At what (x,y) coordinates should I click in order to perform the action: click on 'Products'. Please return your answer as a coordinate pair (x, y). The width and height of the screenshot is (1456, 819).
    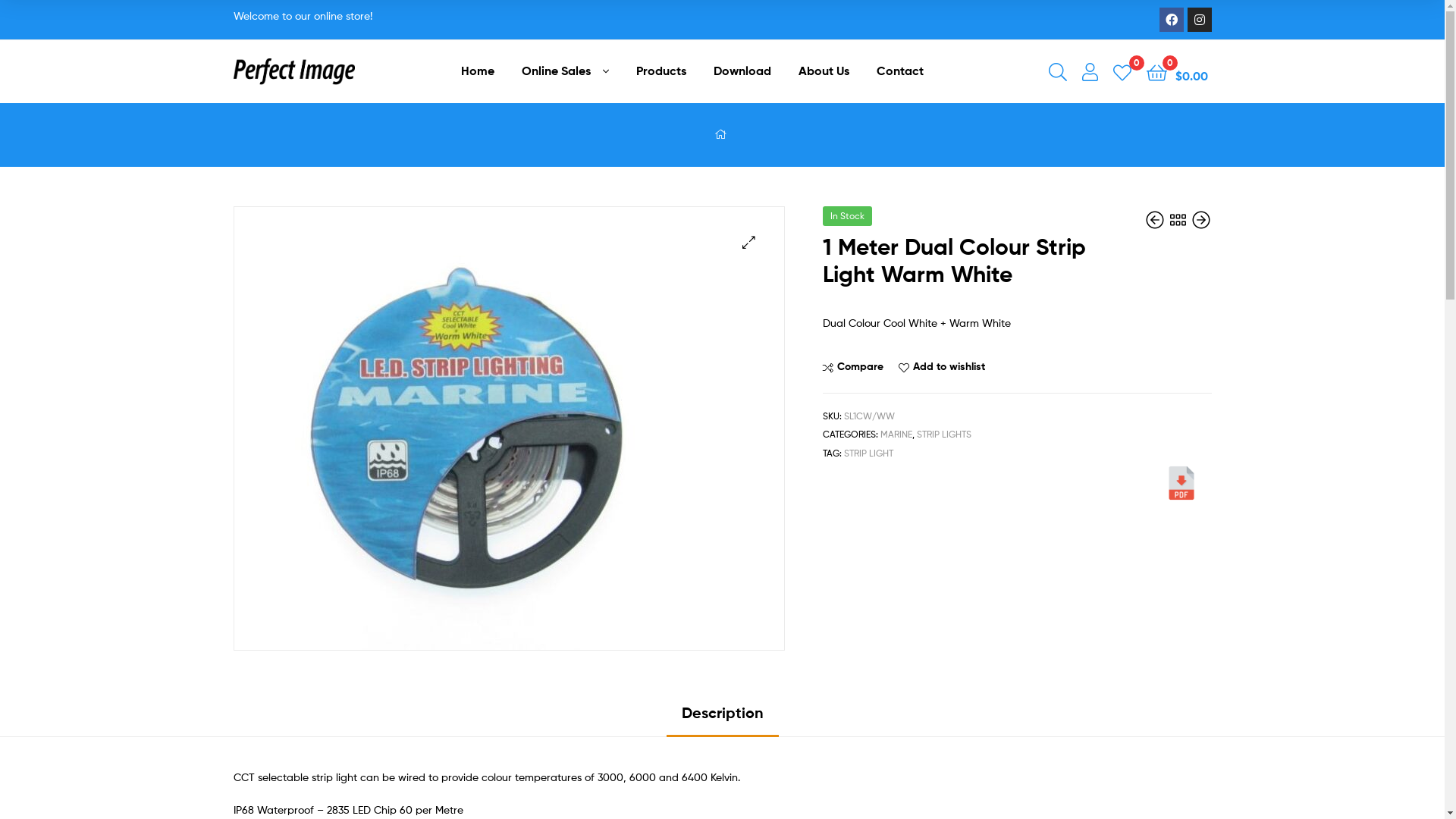
    Looking at the image, I should click on (623, 71).